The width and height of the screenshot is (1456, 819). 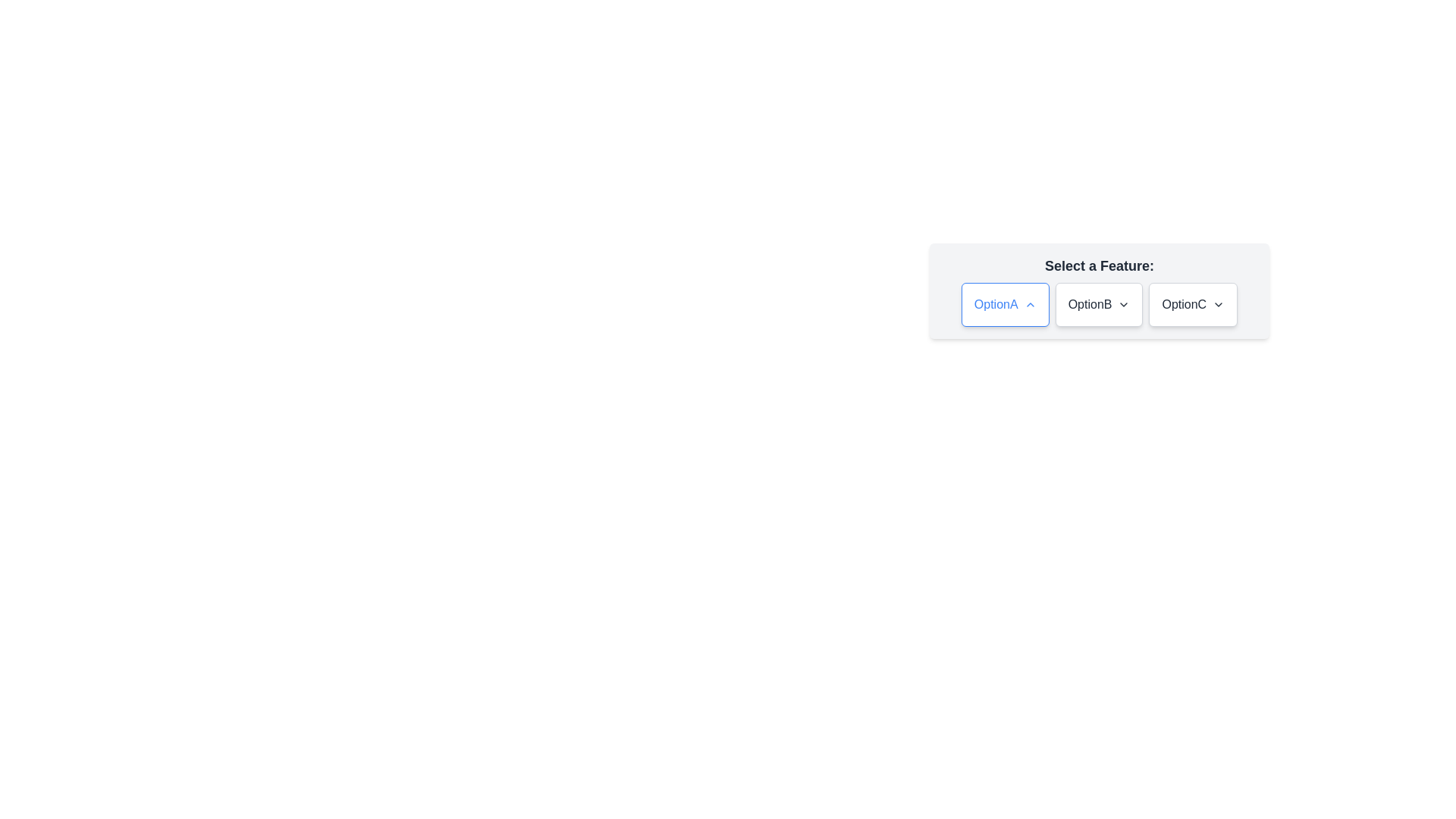 What do you see at coordinates (1192, 304) in the screenshot?
I see `the button labeled 'OptionC' with a white background, rounded corners, and a gray border` at bounding box center [1192, 304].